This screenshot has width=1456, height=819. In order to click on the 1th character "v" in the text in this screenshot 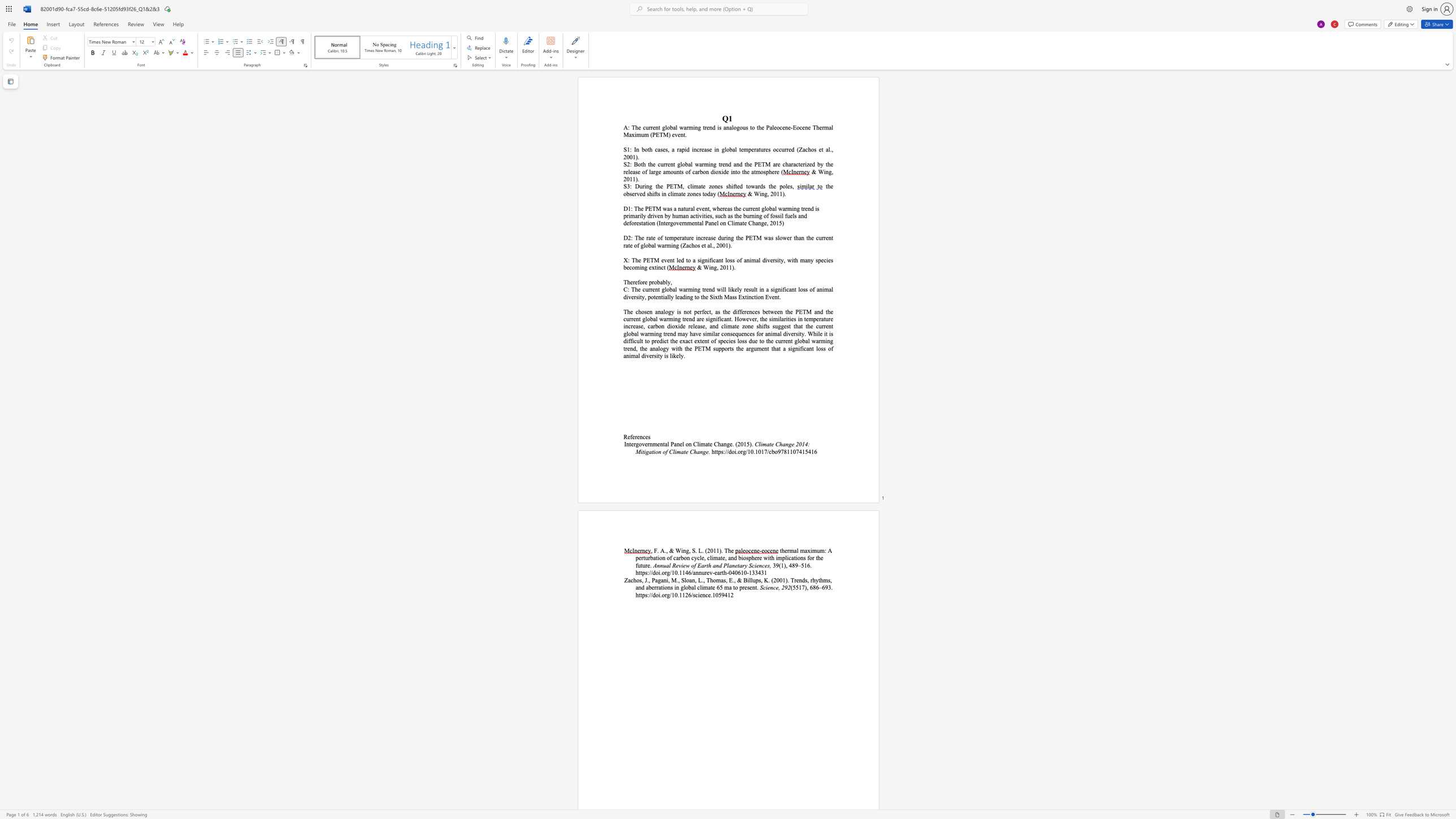, I will do `click(700, 208)`.